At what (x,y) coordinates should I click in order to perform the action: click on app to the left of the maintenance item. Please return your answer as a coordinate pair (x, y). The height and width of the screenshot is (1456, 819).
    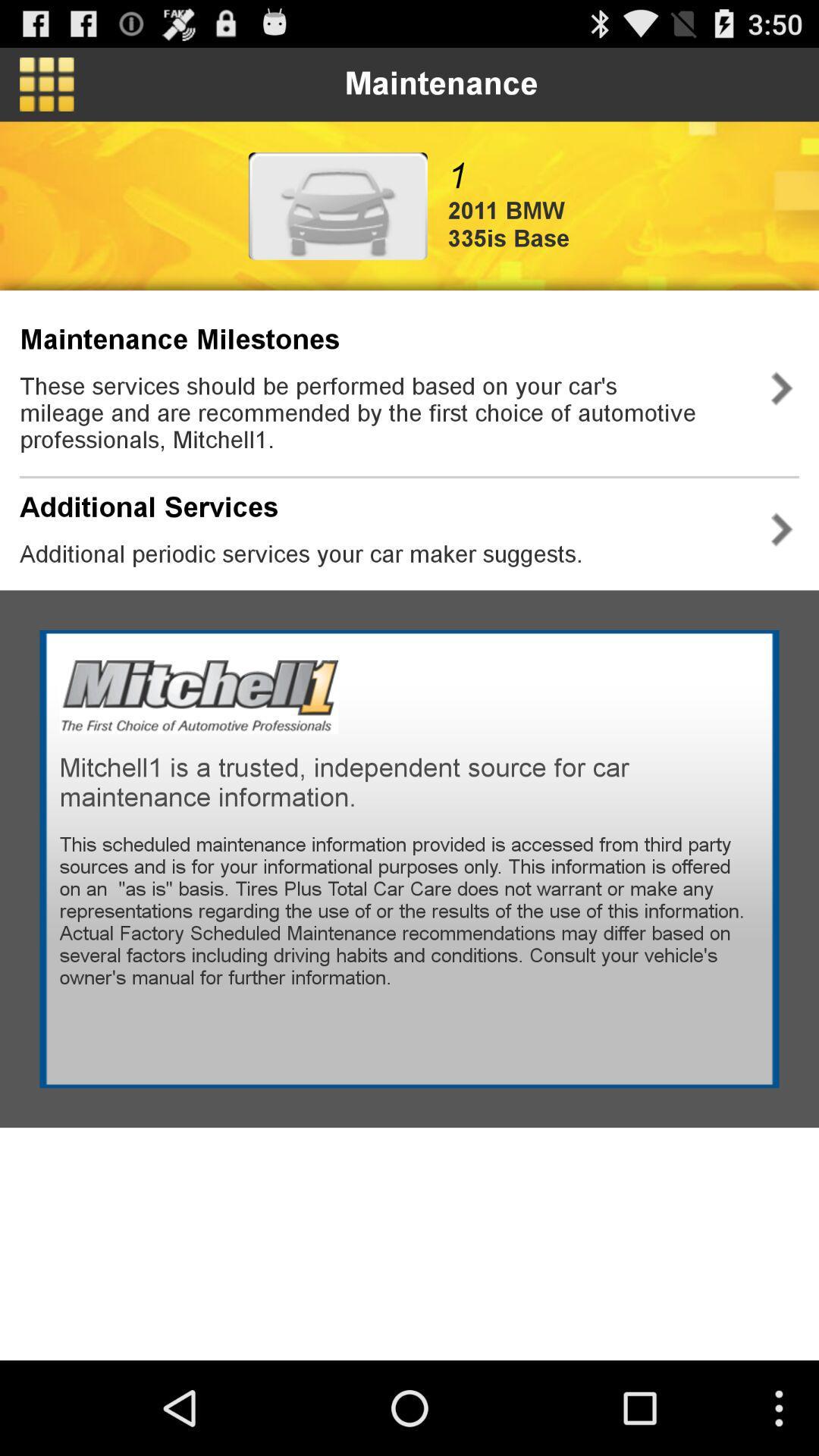
    Looking at the image, I should click on (45, 83).